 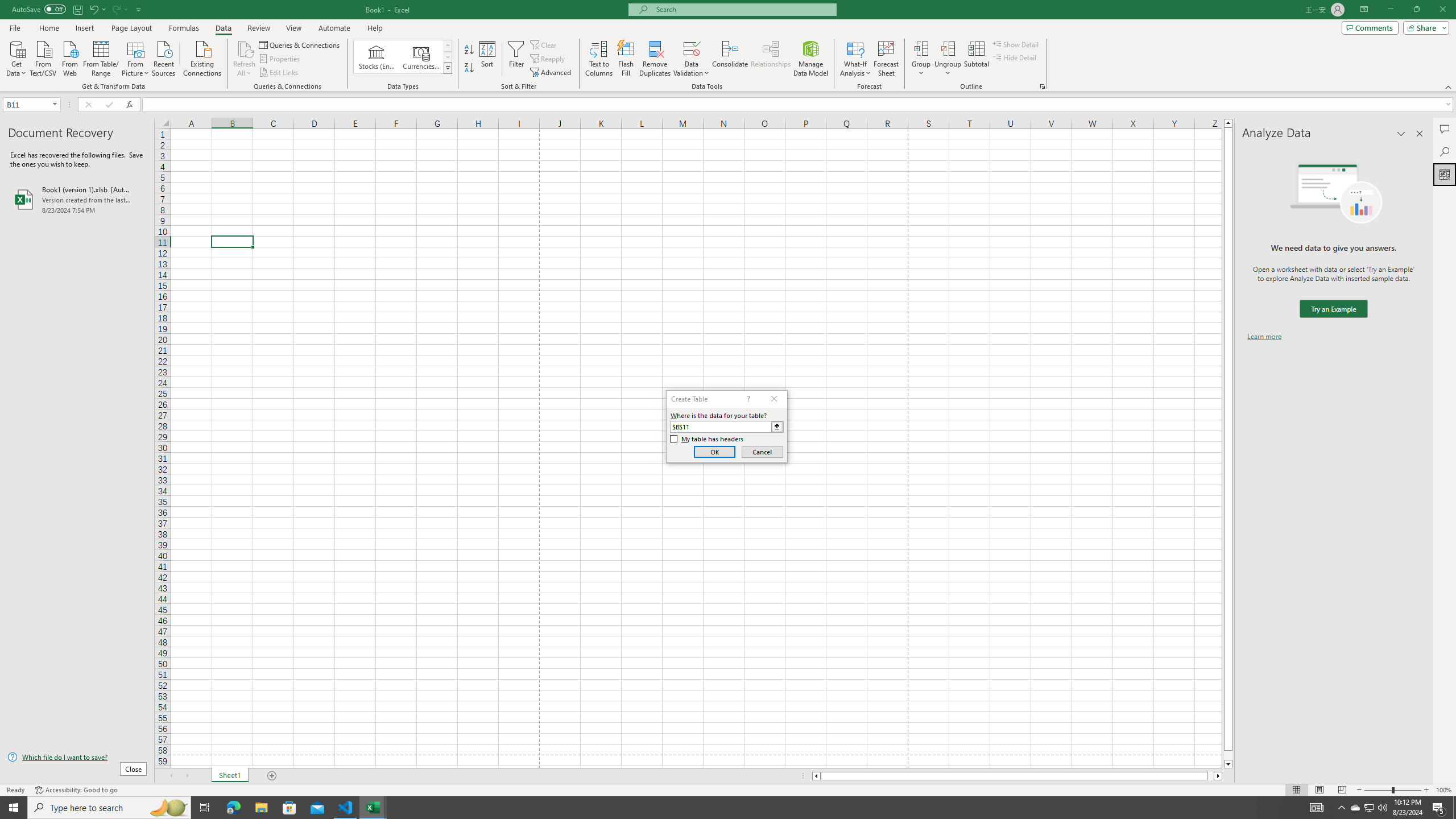 What do you see at coordinates (1423, 27) in the screenshot?
I see `'Share'` at bounding box center [1423, 27].